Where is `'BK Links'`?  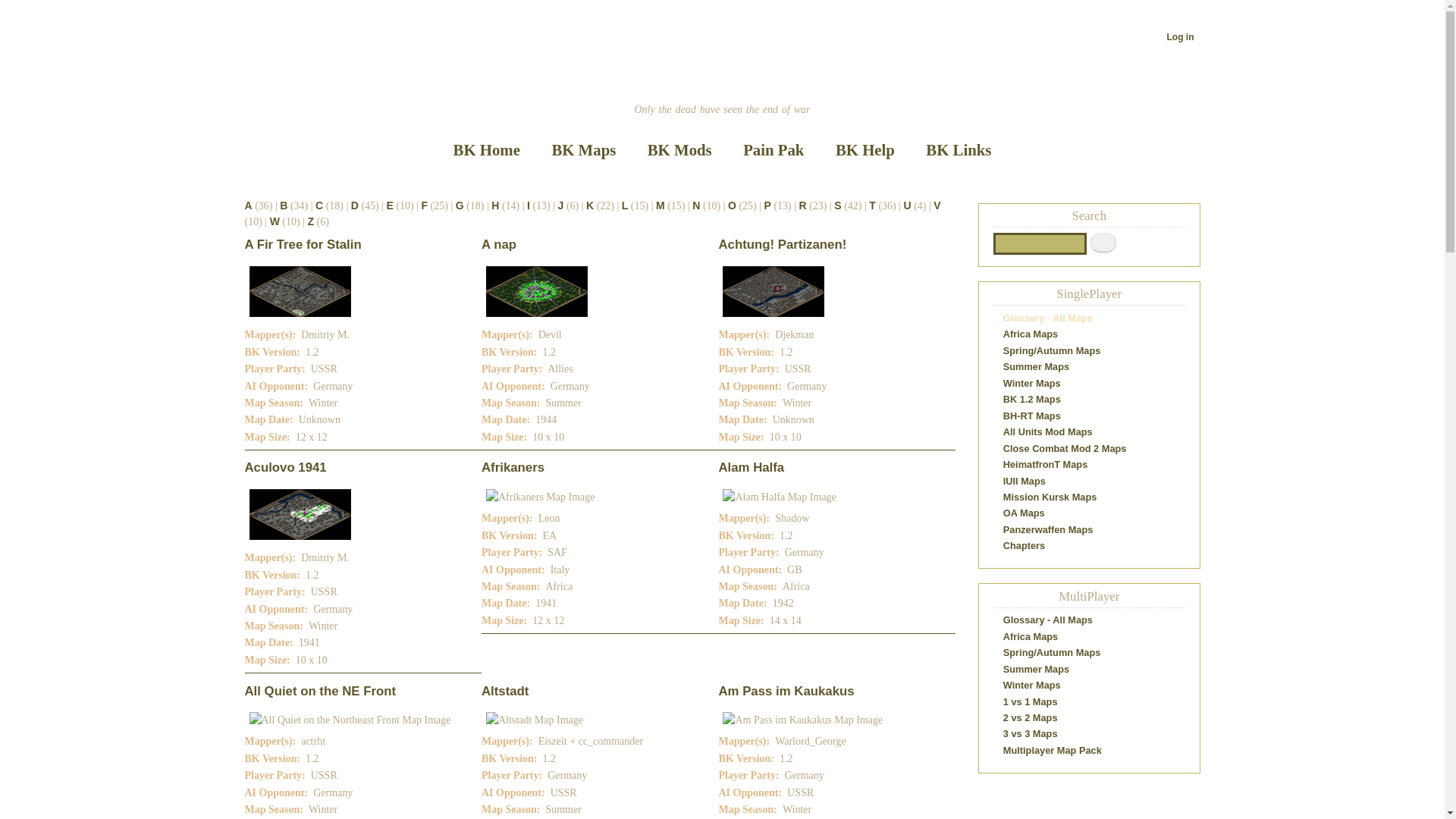 'BK Links' is located at coordinates (912, 149).